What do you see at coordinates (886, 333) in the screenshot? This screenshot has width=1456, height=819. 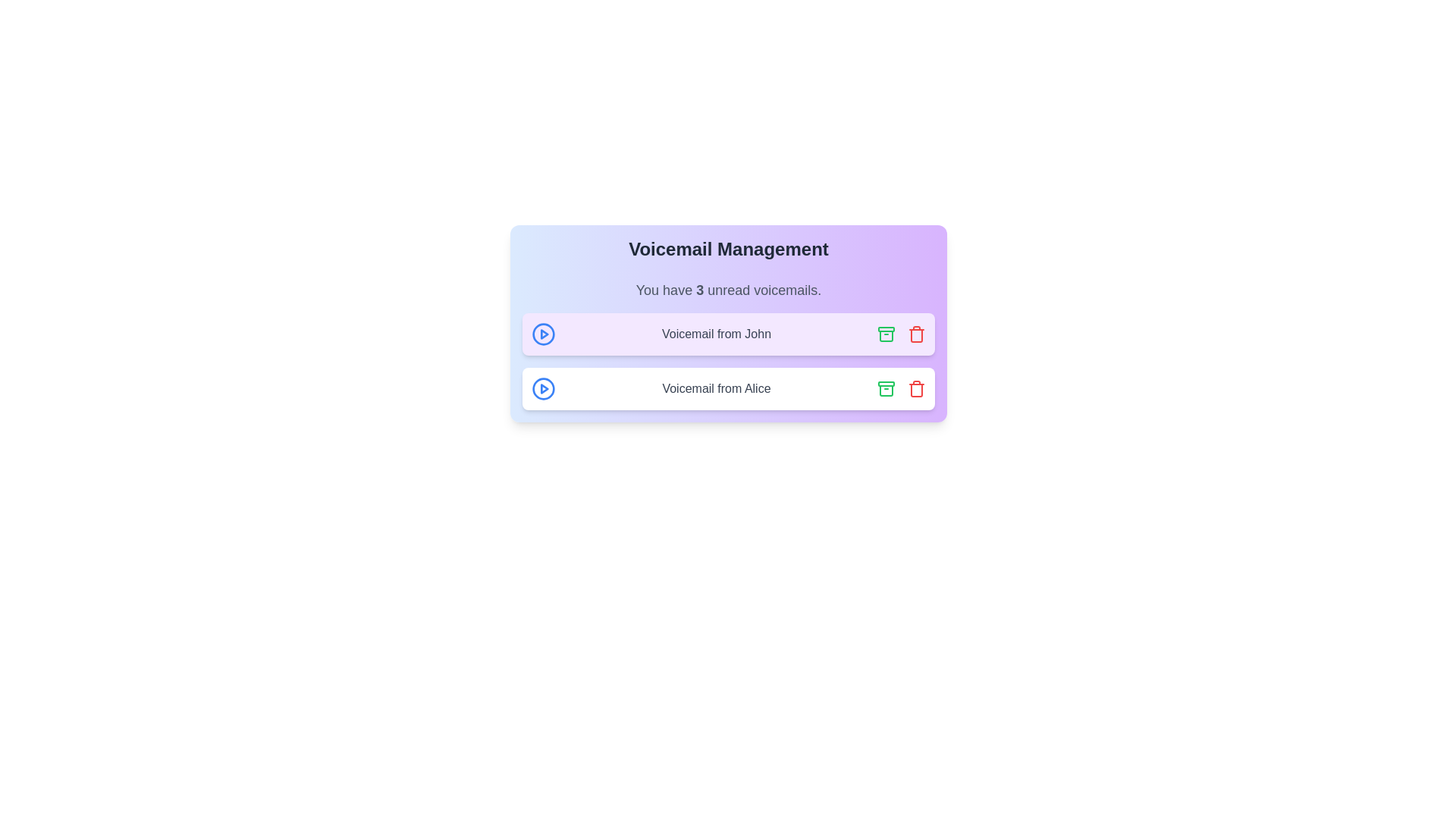 I see `the archive icon button located in the upper message card for 'Voicemail from John' to trigger a color change` at bounding box center [886, 333].